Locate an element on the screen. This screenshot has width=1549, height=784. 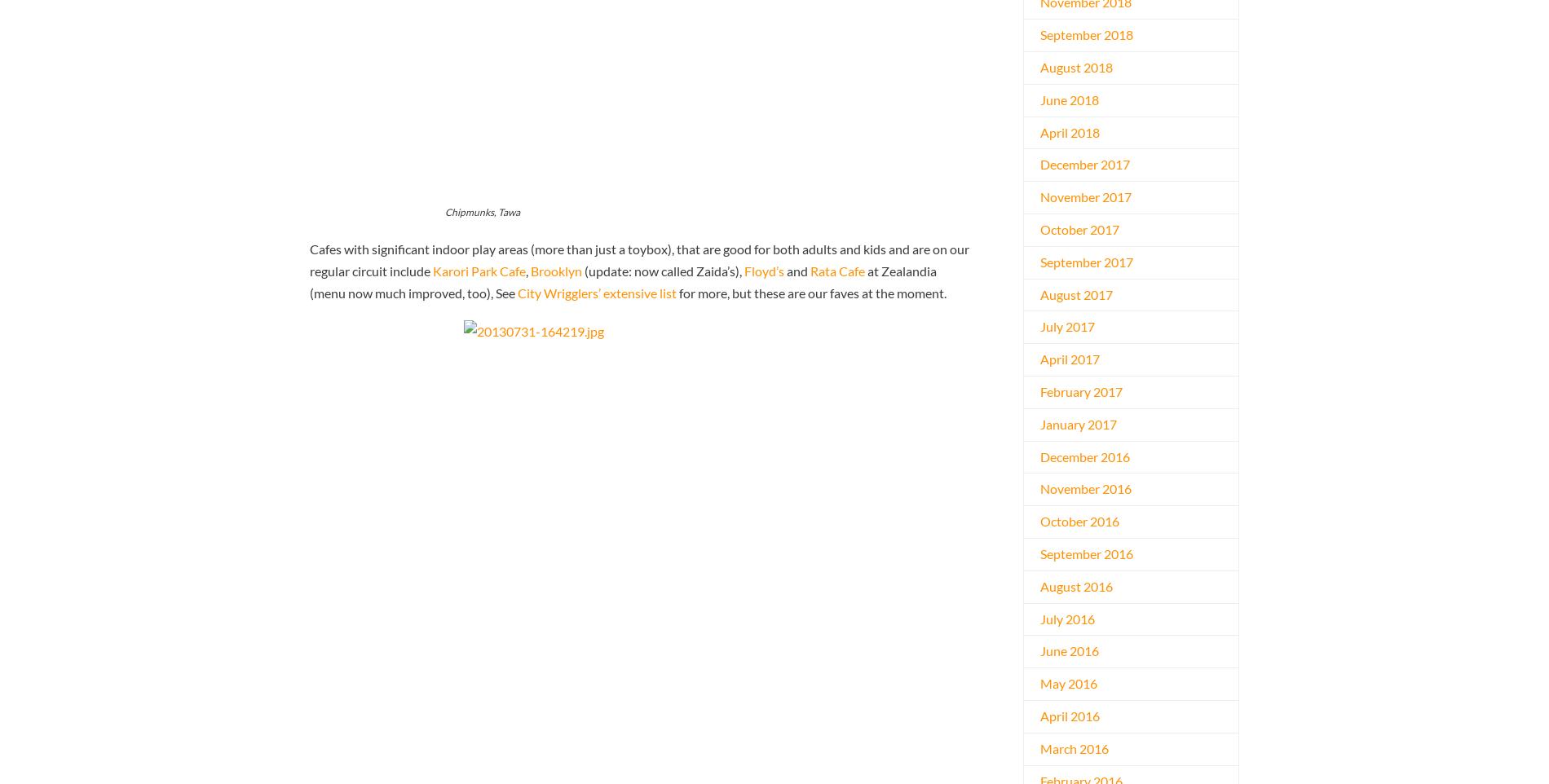
'(update: now called Zaida’s),' is located at coordinates (662, 269).